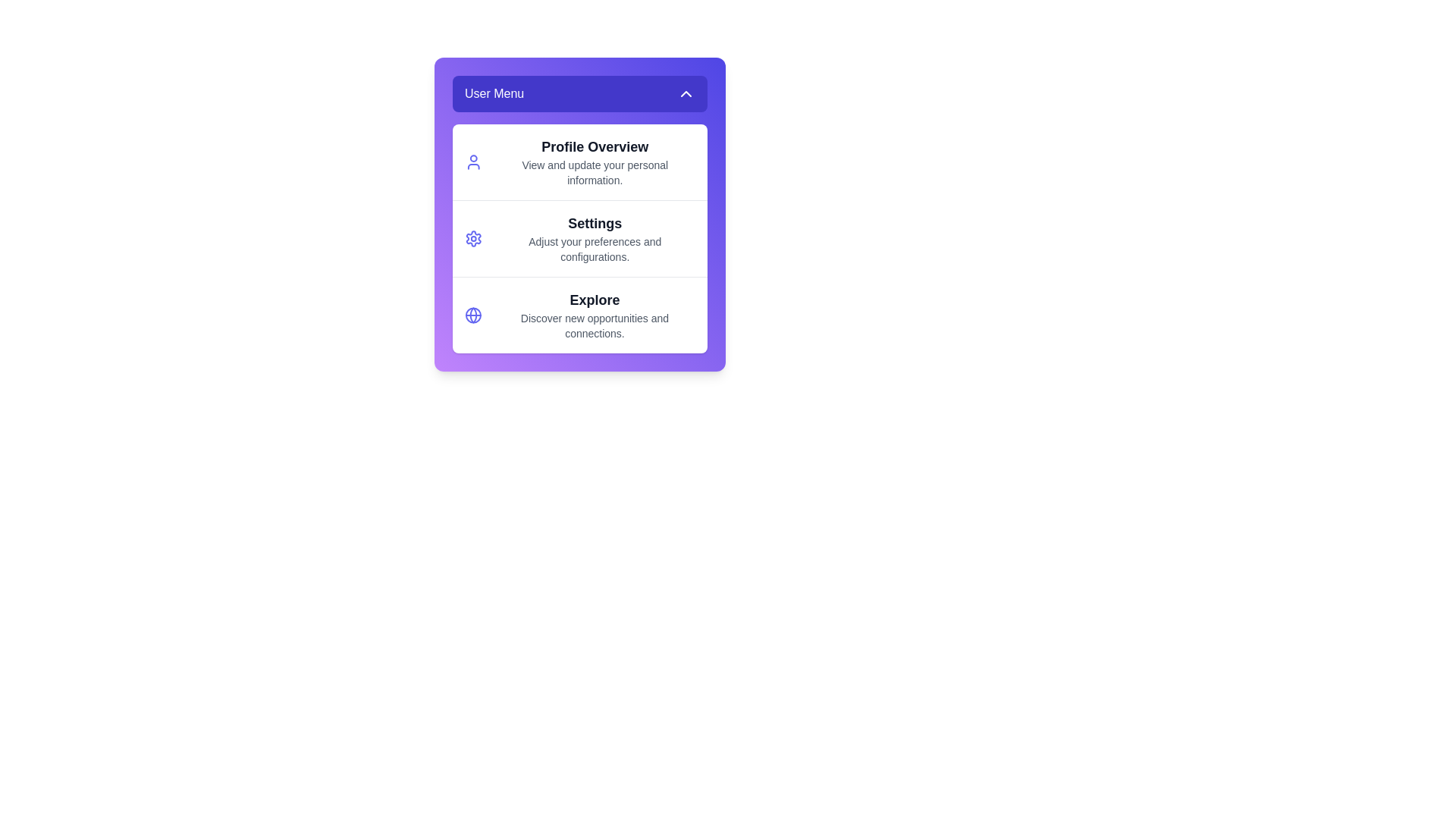 This screenshot has height=819, width=1456. I want to click on the 'Settings' menu item, which is the second option in the 'User Menu', featuring bold text and a gear icon to the left, so click(594, 239).